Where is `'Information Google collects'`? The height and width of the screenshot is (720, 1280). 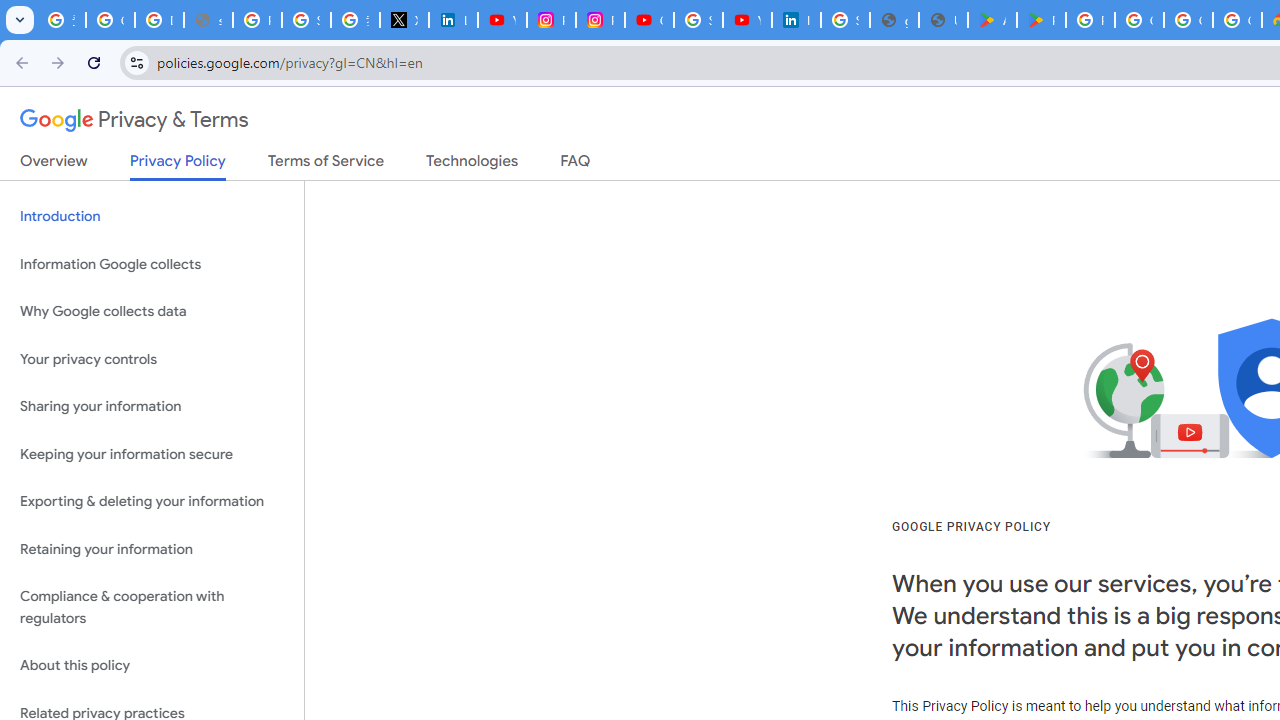 'Information Google collects' is located at coordinates (151, 263).